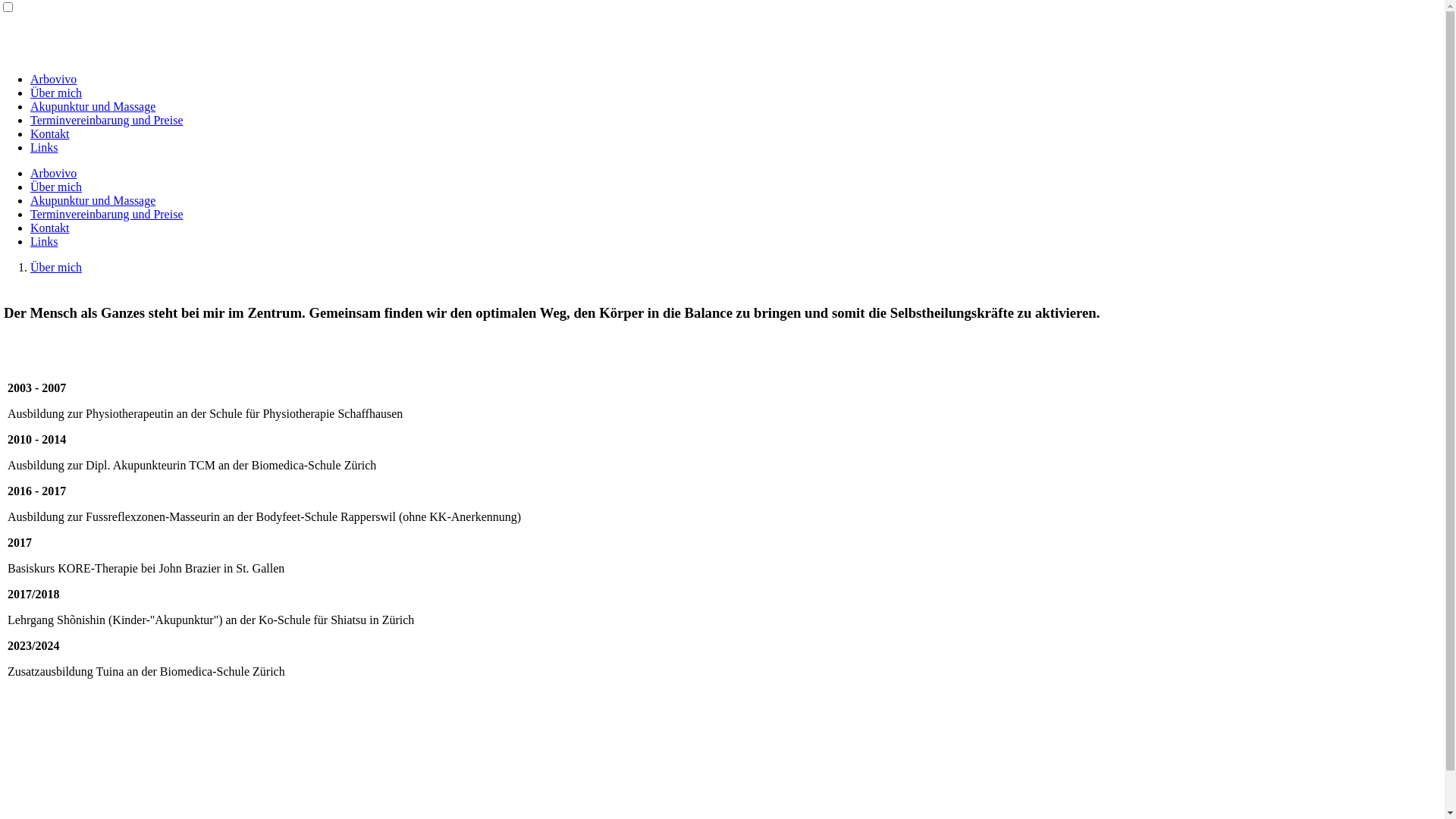 The height and width of the screenshot is (819, 1456). Describe the element at coordinates (105, 119) in the screenshot. I see `'Terminvereinbarung und Preise'` at that location.